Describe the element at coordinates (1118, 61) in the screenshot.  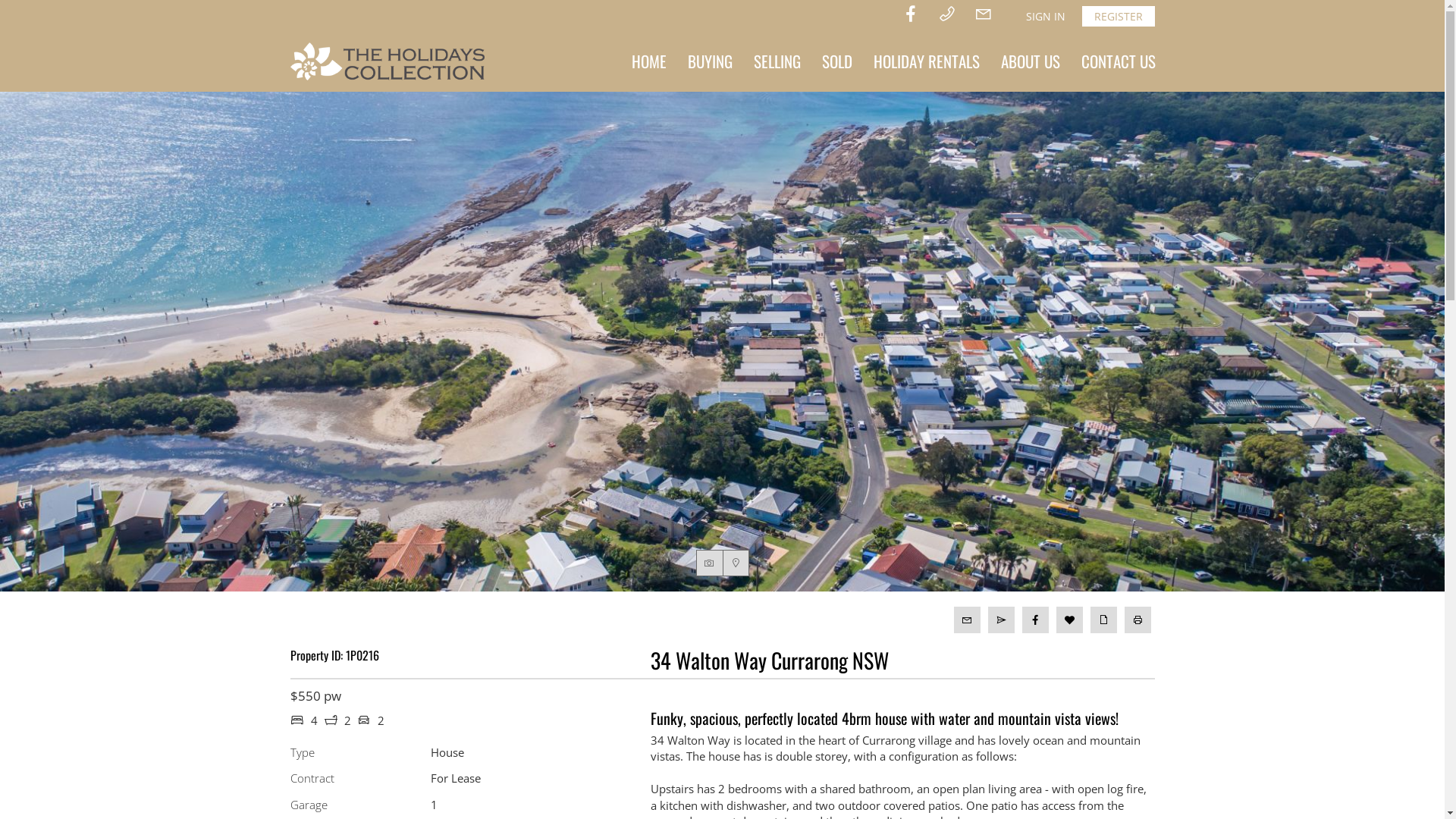
I see `'CONTACT US'` at that location.